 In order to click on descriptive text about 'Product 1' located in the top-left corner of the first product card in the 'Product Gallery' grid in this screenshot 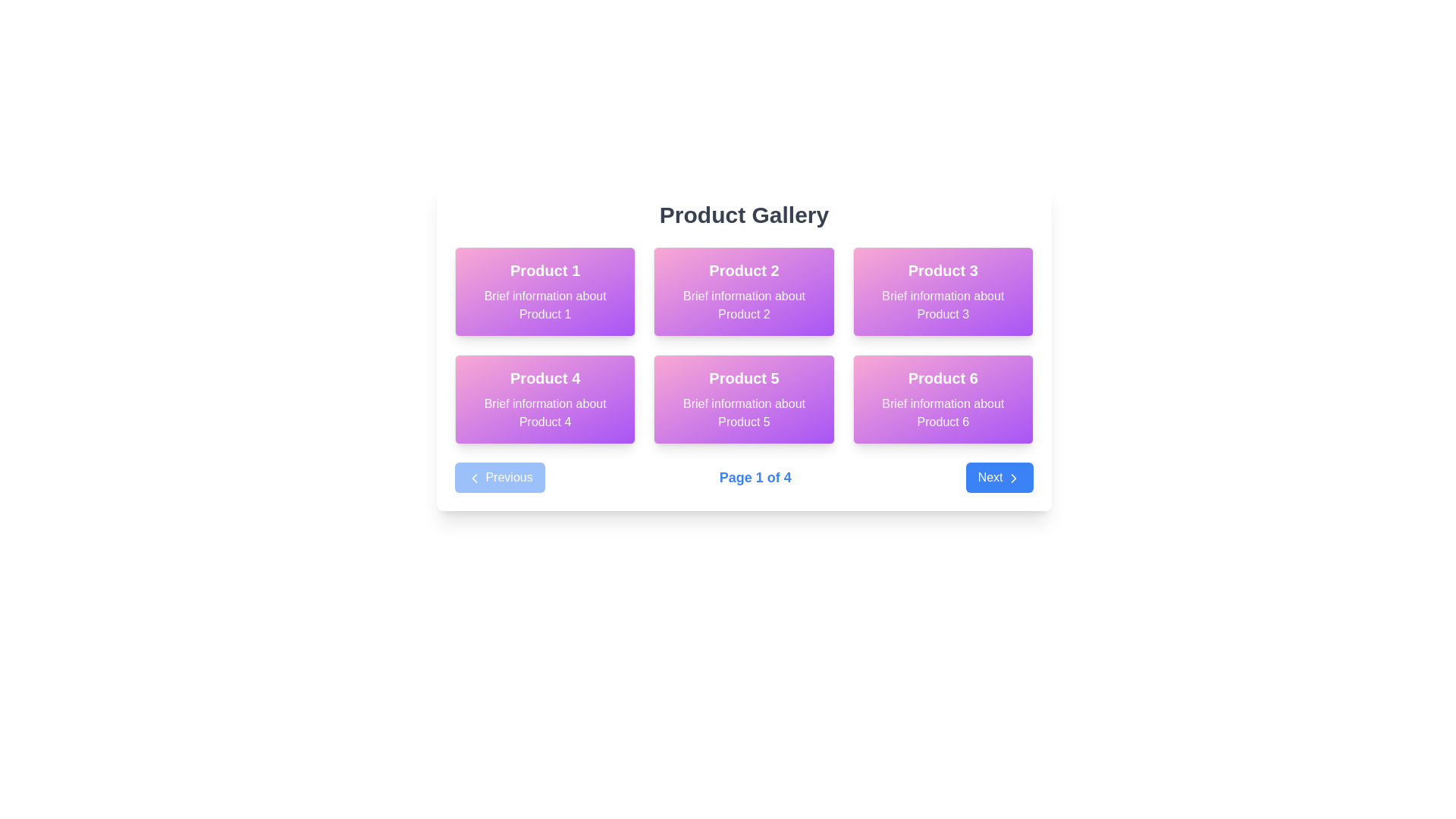, I will do `click(545, 305)`.